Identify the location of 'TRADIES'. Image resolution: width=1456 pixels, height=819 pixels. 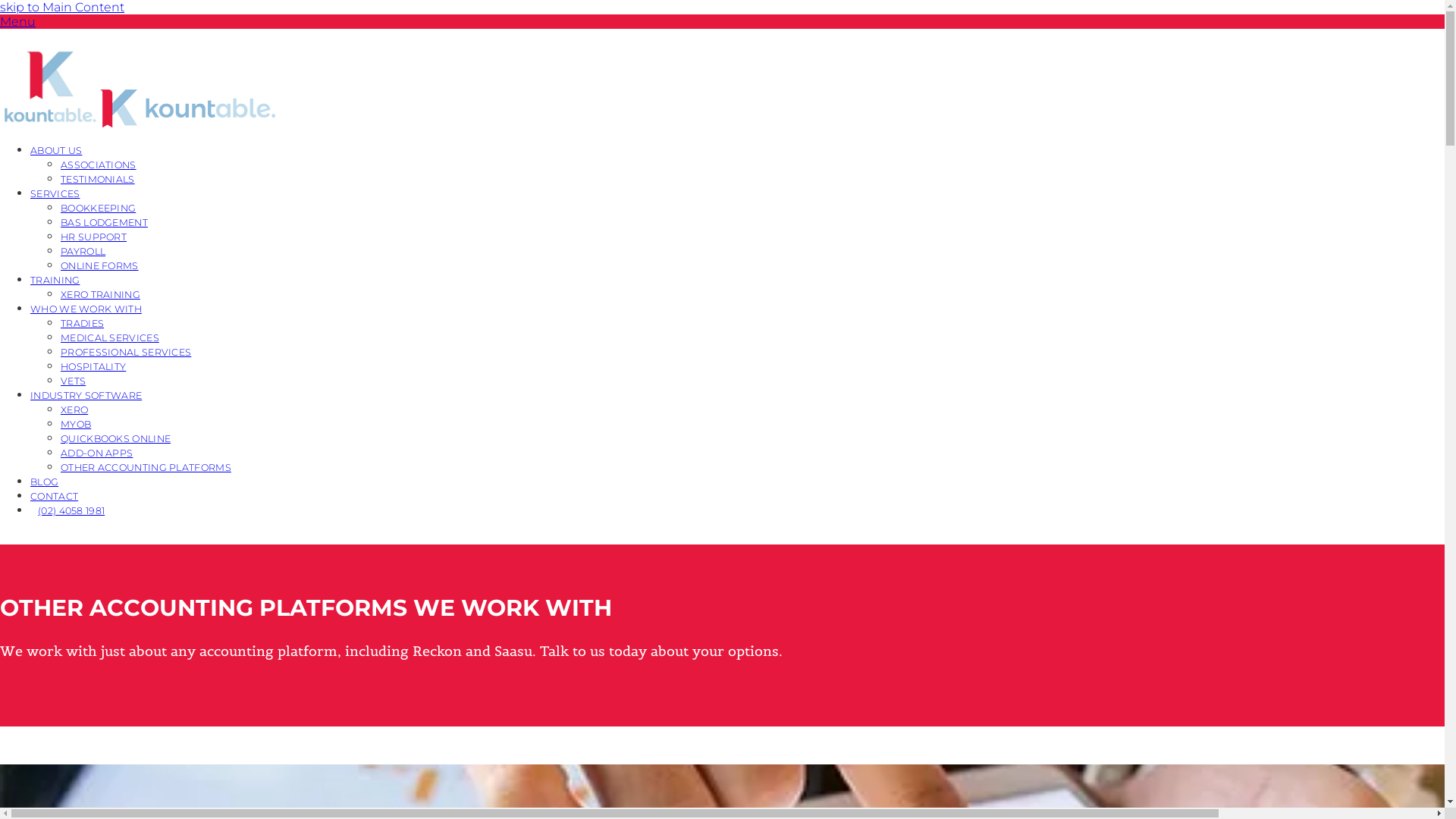
(61, 322).